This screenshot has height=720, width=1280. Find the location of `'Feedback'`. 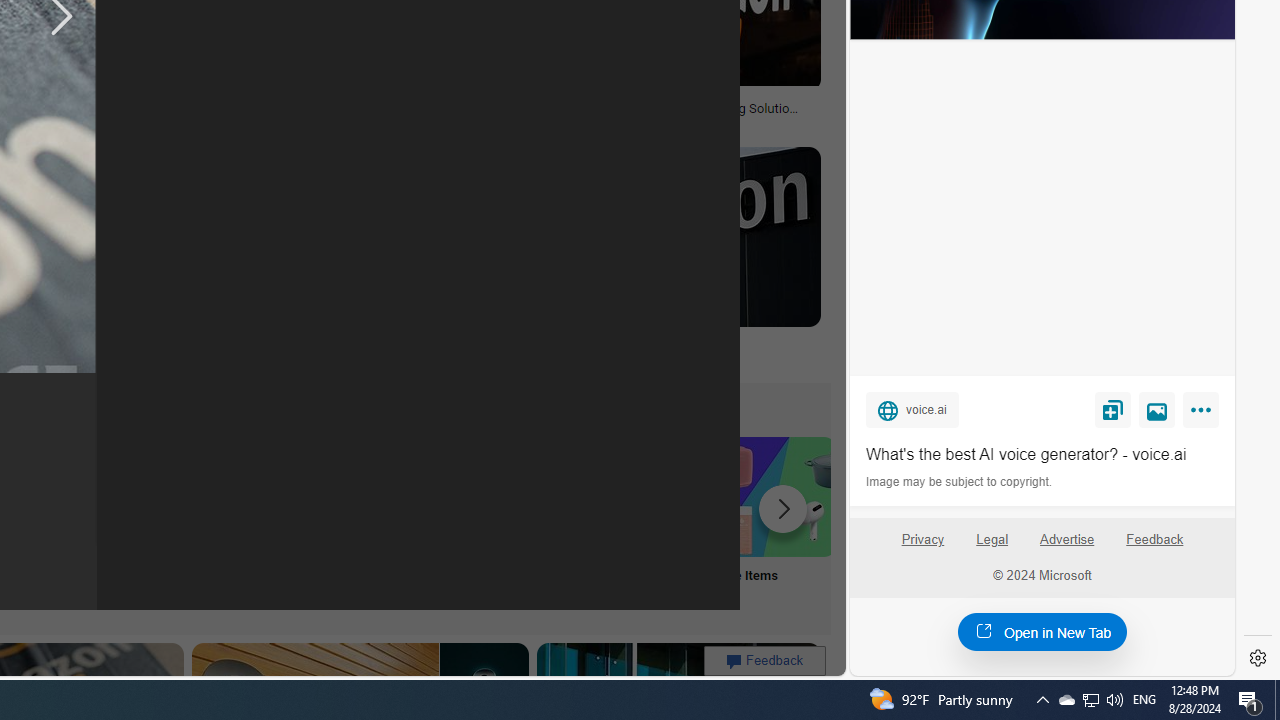

'Feedback' is located at coordinates (1155, 538).